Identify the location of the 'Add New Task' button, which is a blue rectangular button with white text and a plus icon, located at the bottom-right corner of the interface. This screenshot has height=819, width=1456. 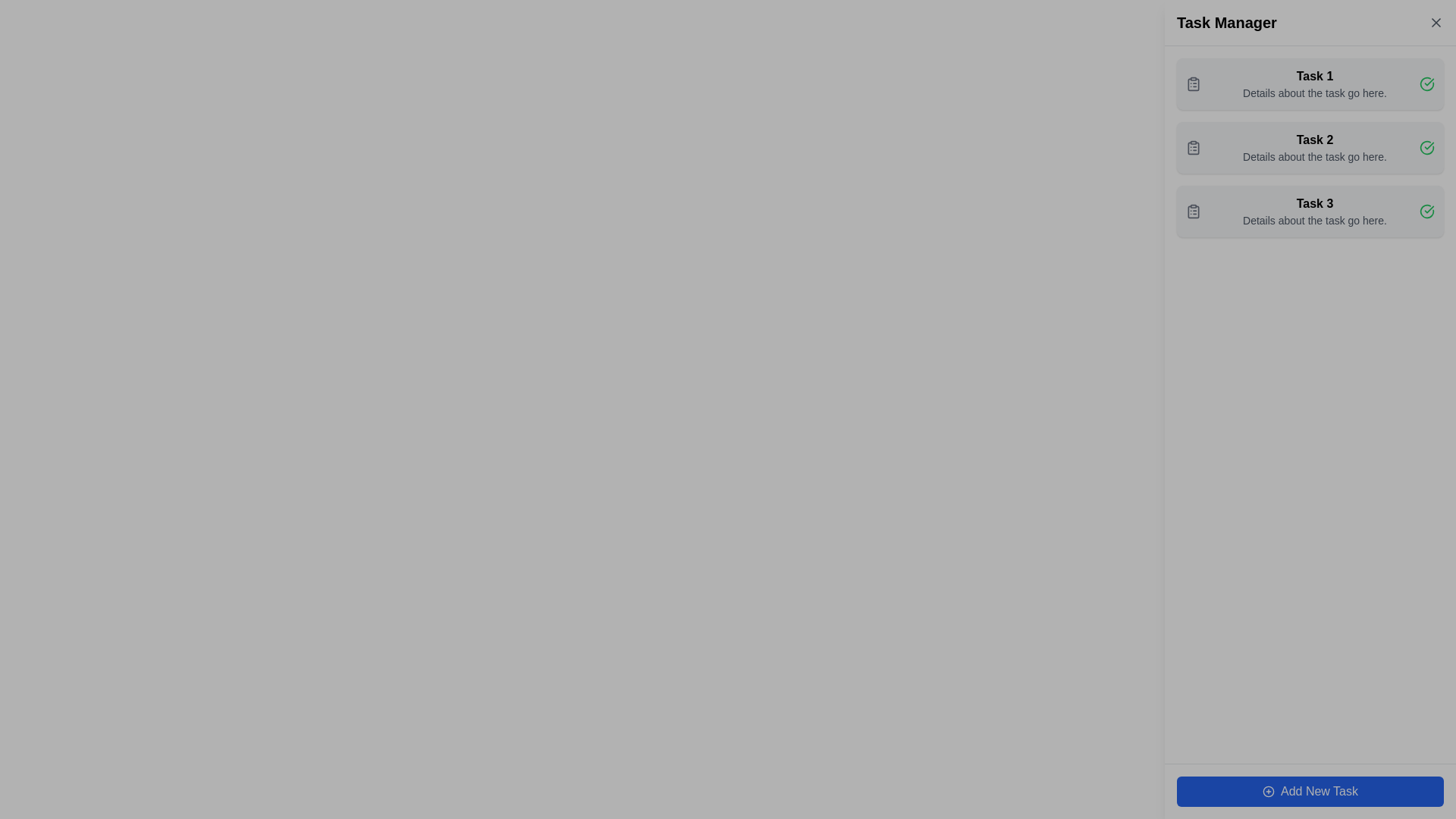
(1310, 791).